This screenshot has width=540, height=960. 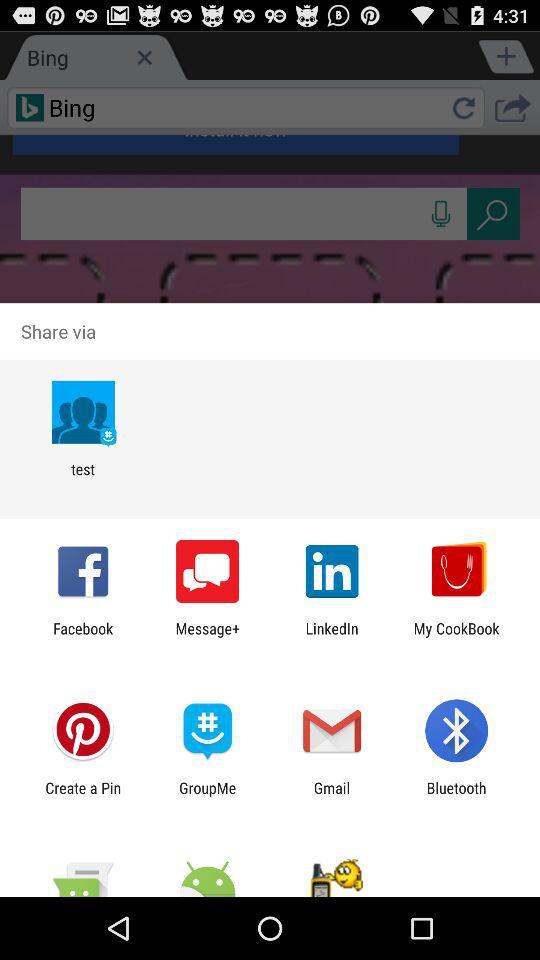 I want to click on app next to message+ item, so click(x=332, y=636).